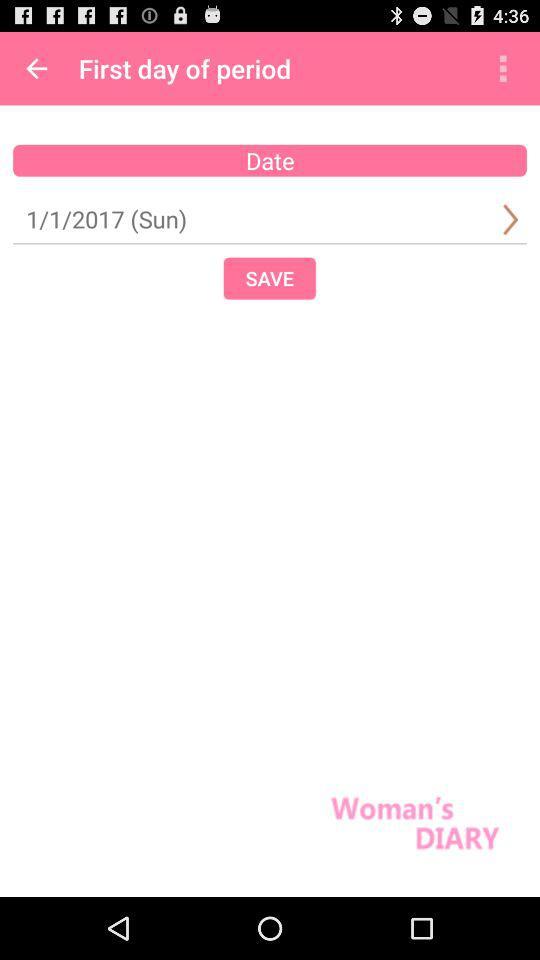 Image resolution: width=540 pixels, height=960 pixels. What do you see at coordinates (36, 68) in the screenshot?
I see `item next to first day of` at bounding box center [36, 68].